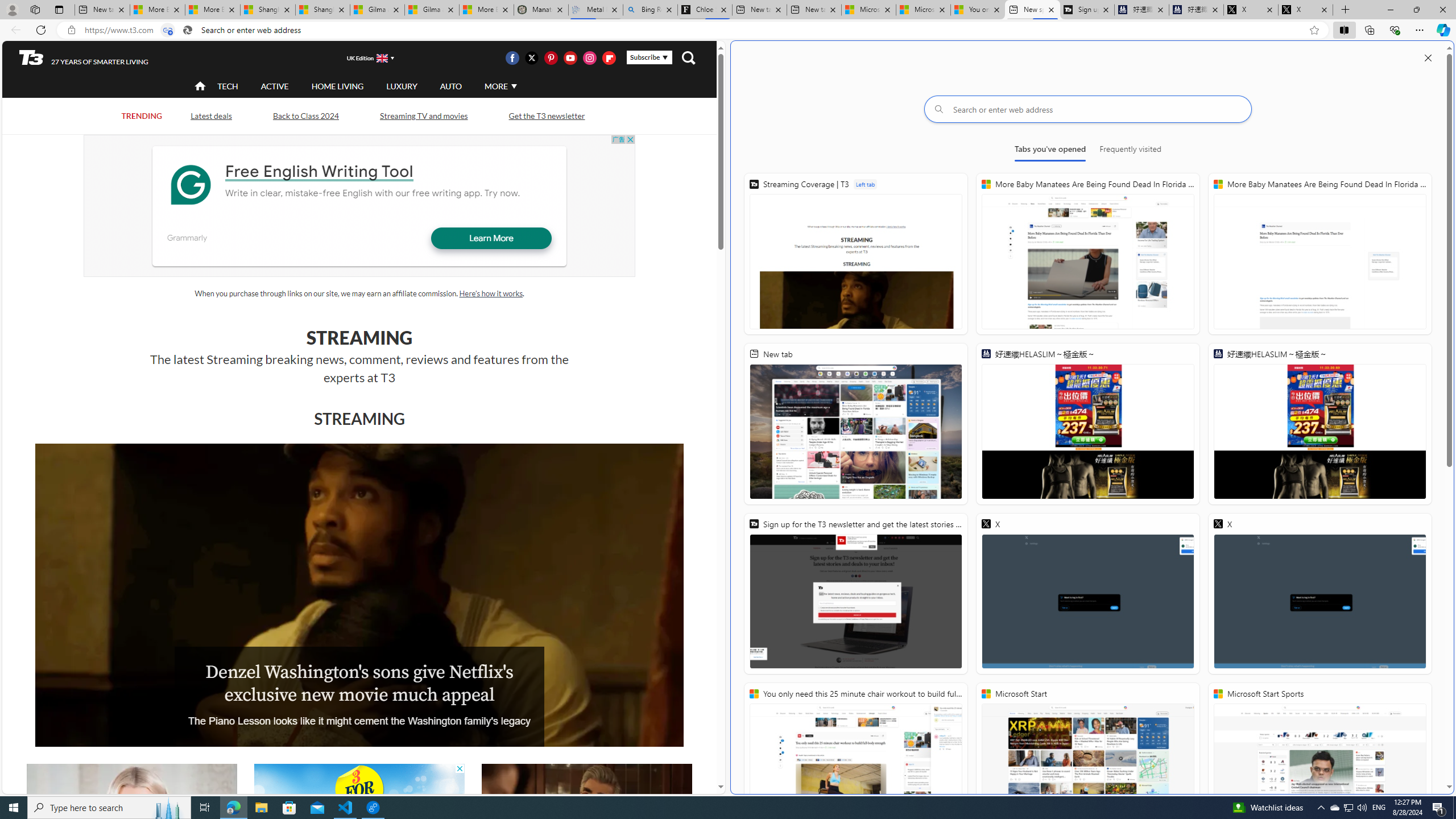 The height and width of the screenshot is (819, 1456). I want to click on 'T3 27 YEARS OF SMARTER LIVING', so click(83, 58).